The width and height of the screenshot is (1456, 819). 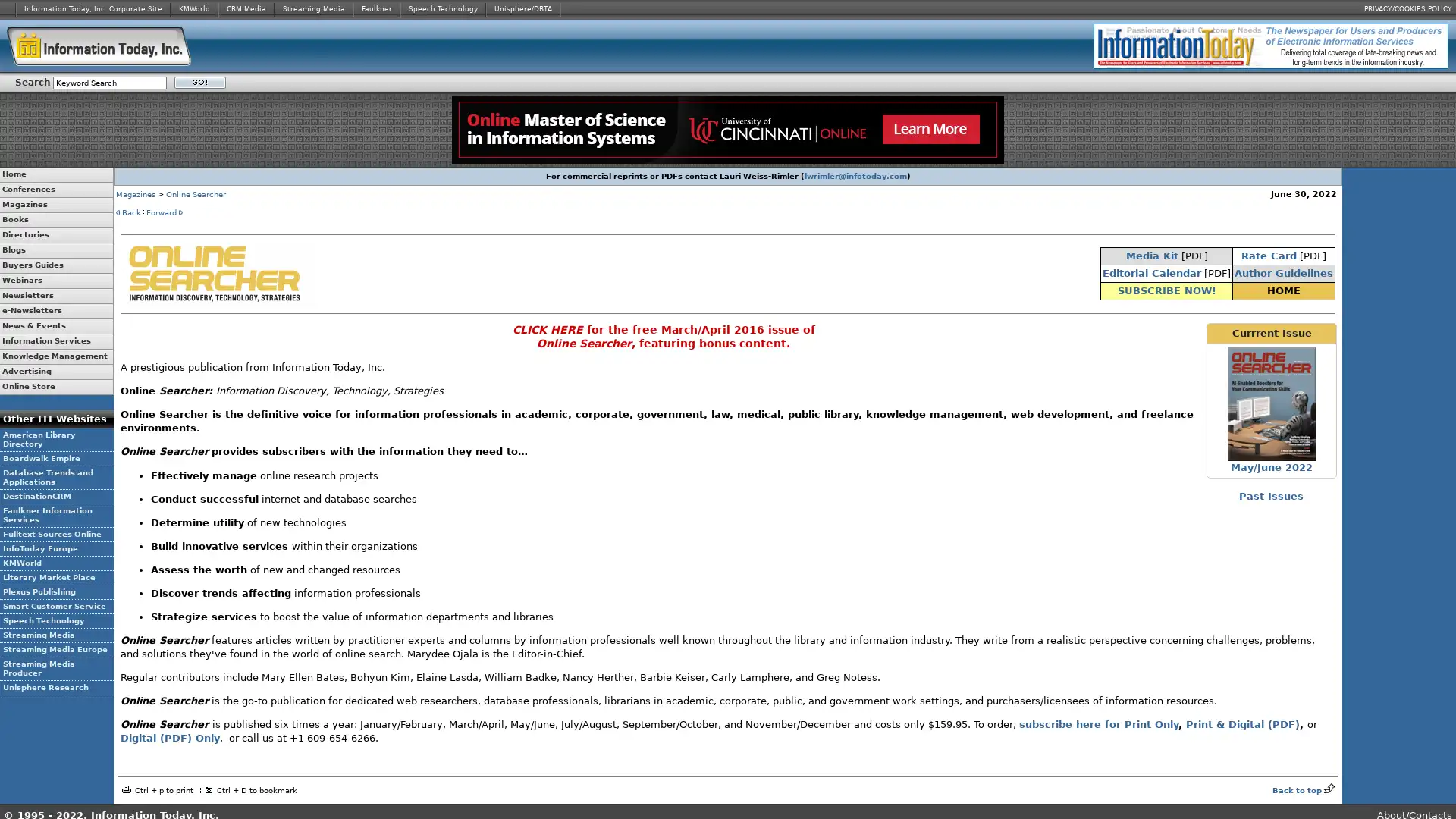 What do you see at coordinates (199, 82) in the screenshot?
I see `Submit` at bounding box center [199, 82].